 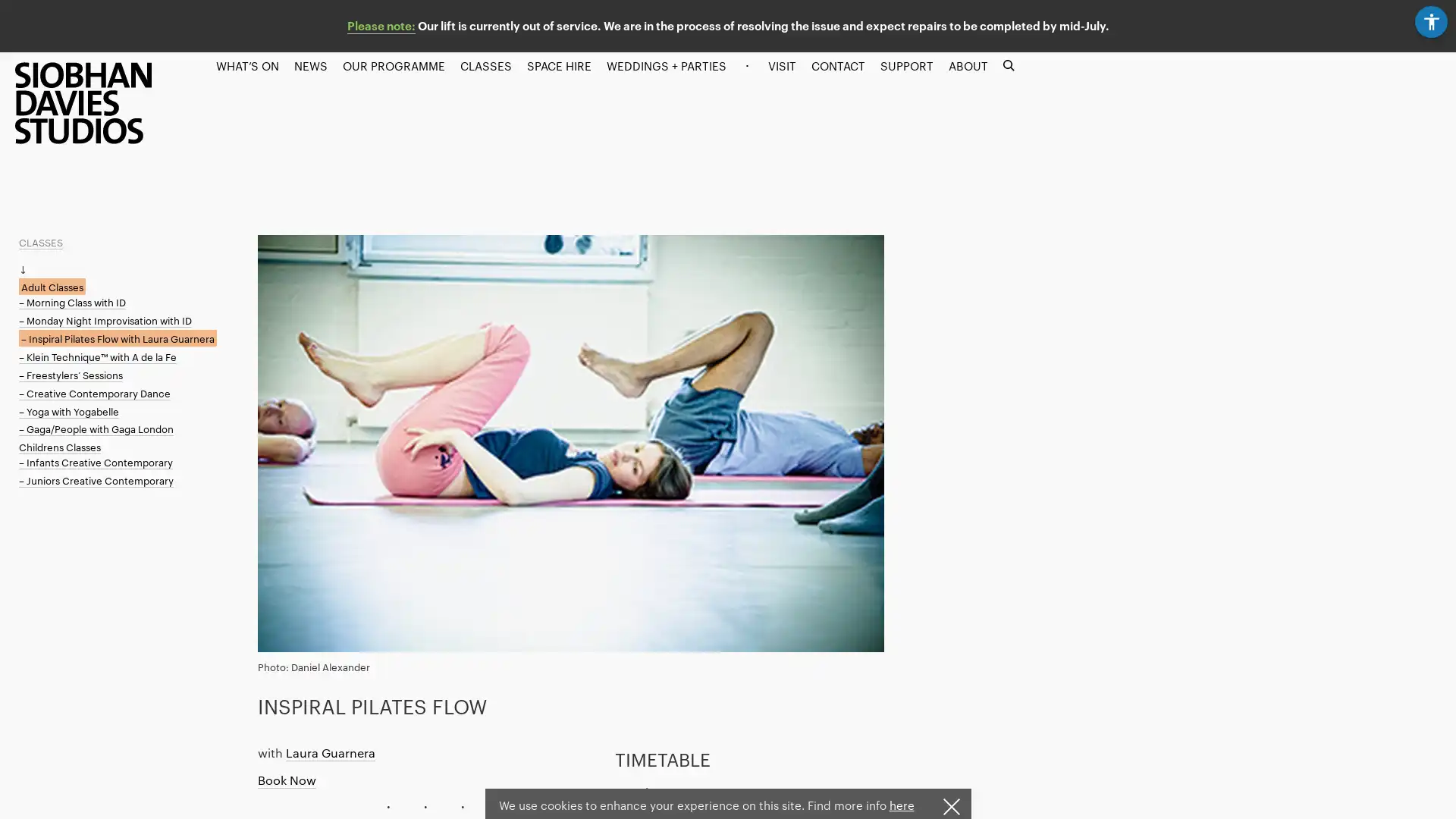 I want to click on Accessibility settings, so click(x=1432, y=18).